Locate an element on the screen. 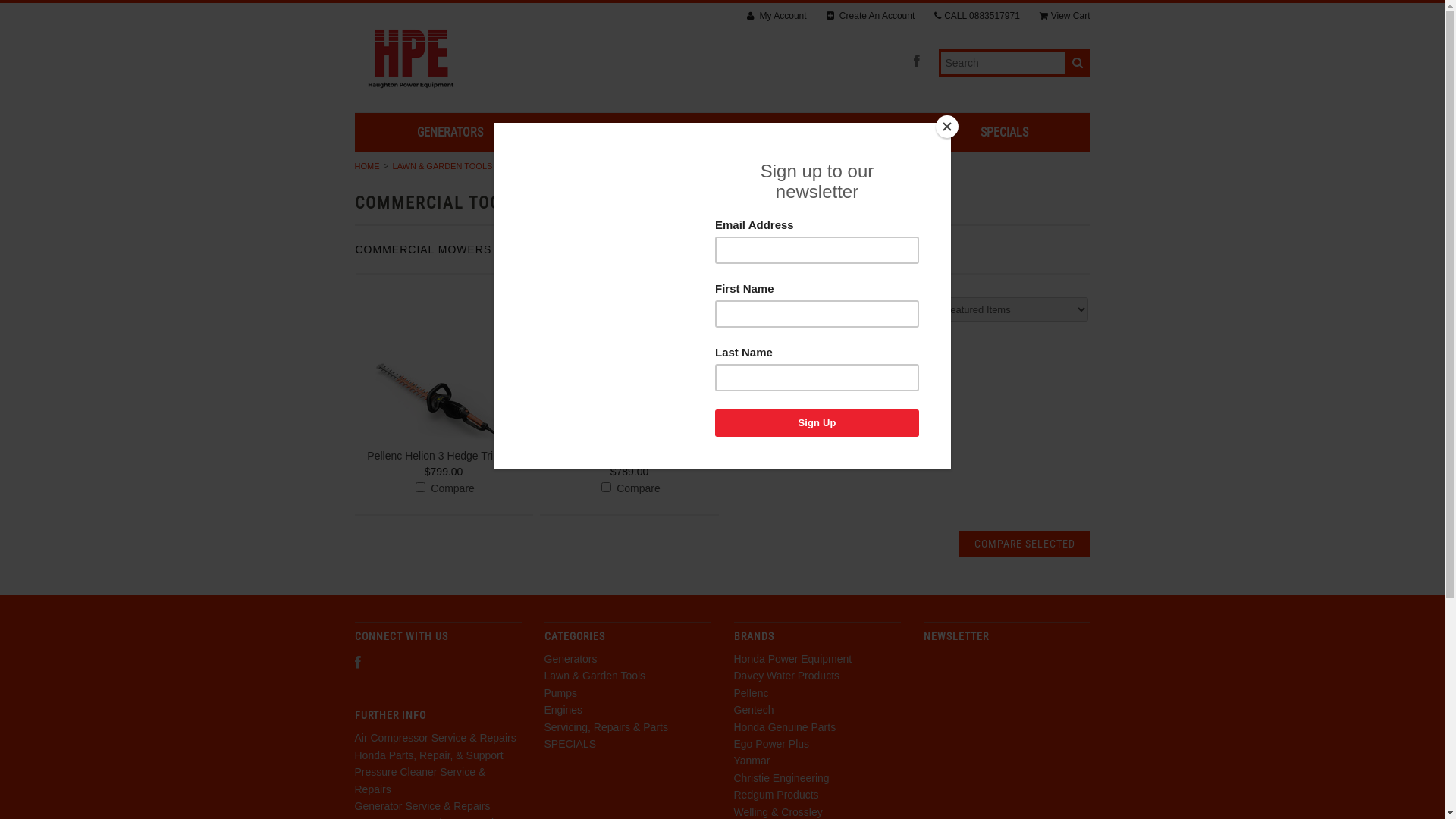  'Facebook' is located at coordinates (915, 61).